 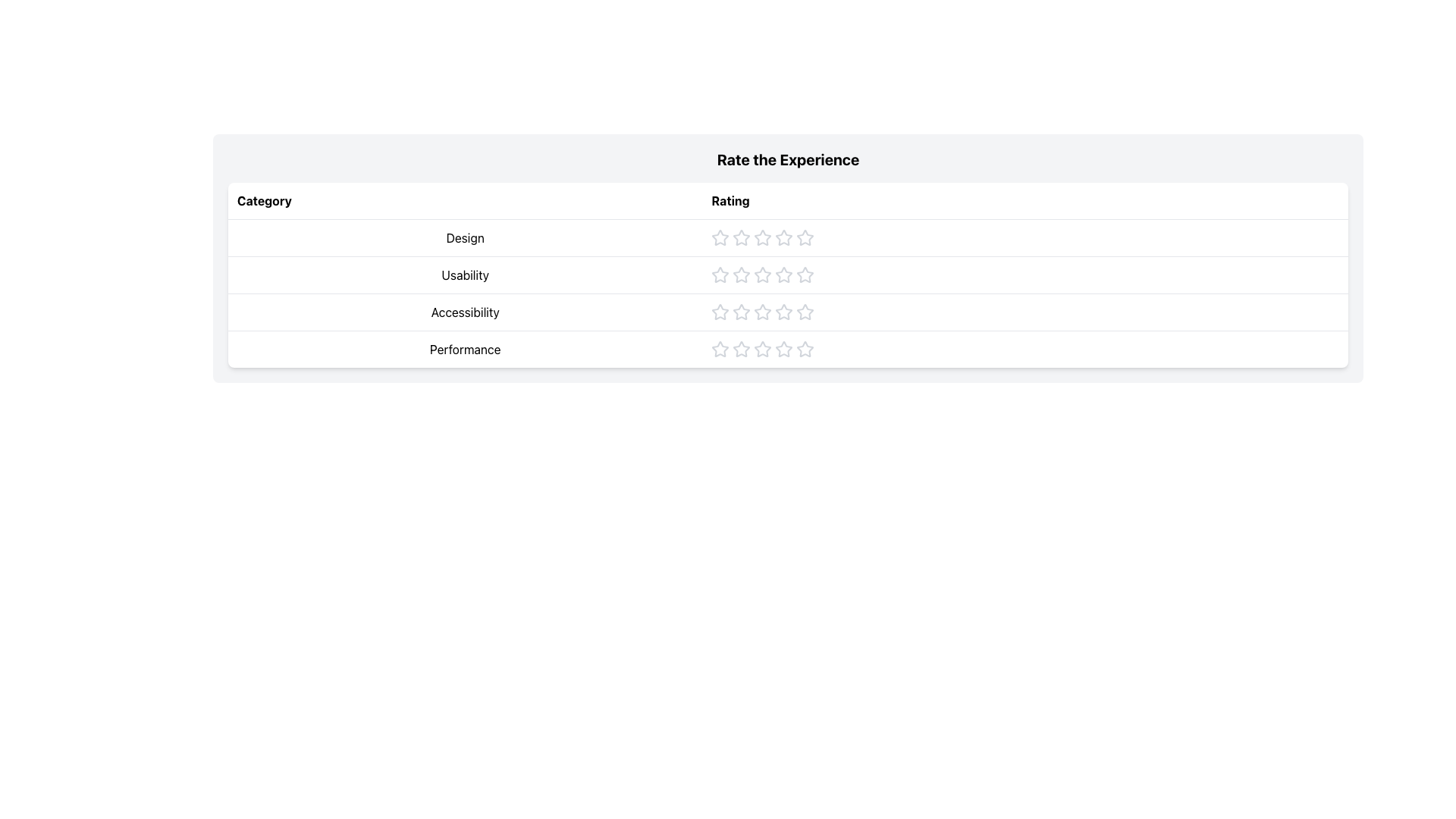 What do you see at coordinates (742, 349) in the screenshot?
I see `the second star icon in the Performance rating row to give a 2-out-of-5 rating` at bounding box center [742, 349].